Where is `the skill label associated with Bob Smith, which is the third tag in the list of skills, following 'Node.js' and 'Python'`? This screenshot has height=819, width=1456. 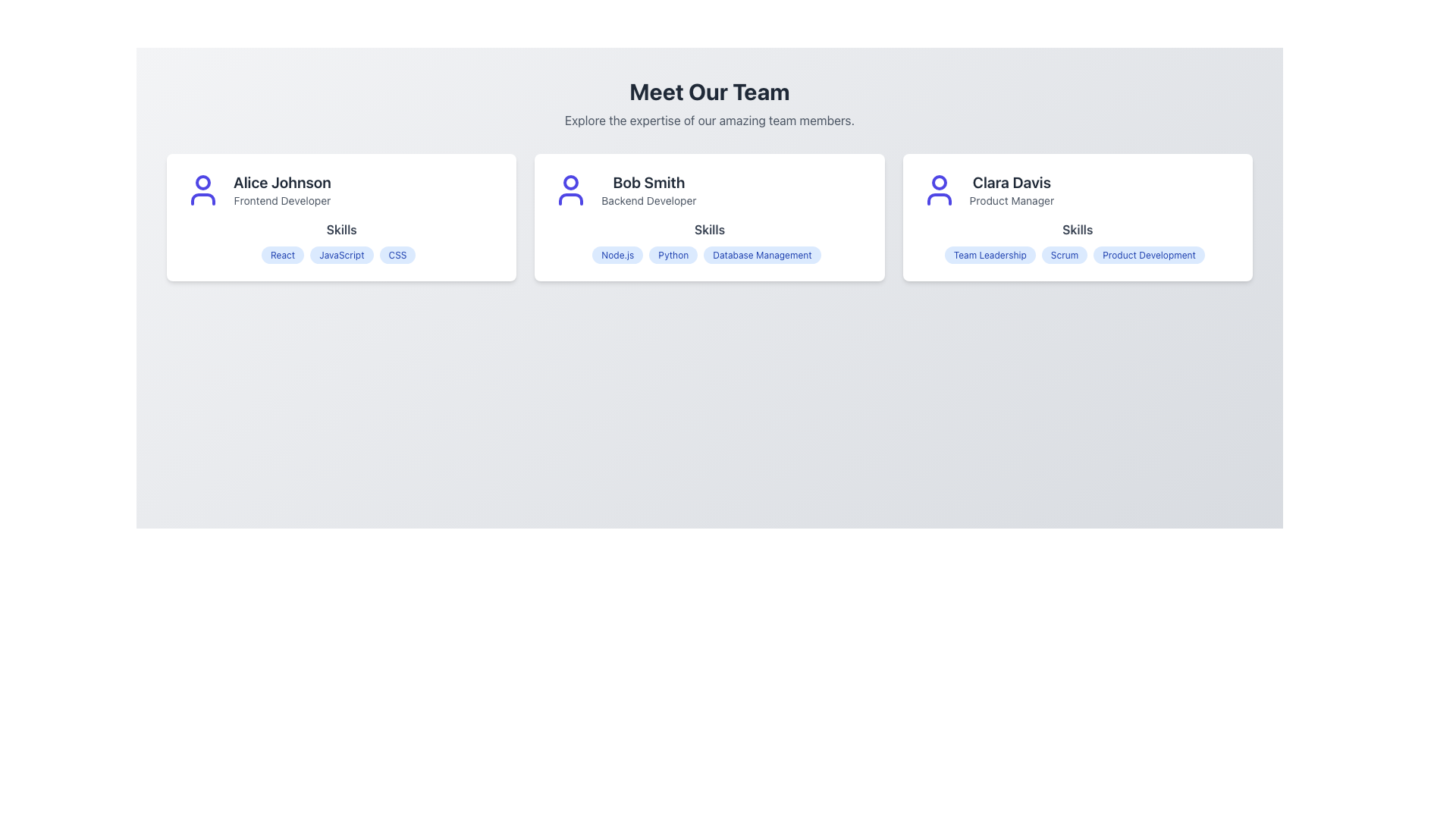
the skill label associated with Bob Smith, which is the third tag in the list of skills, following 'Node.js' and 'Python' is located at coordinates (762, 254).